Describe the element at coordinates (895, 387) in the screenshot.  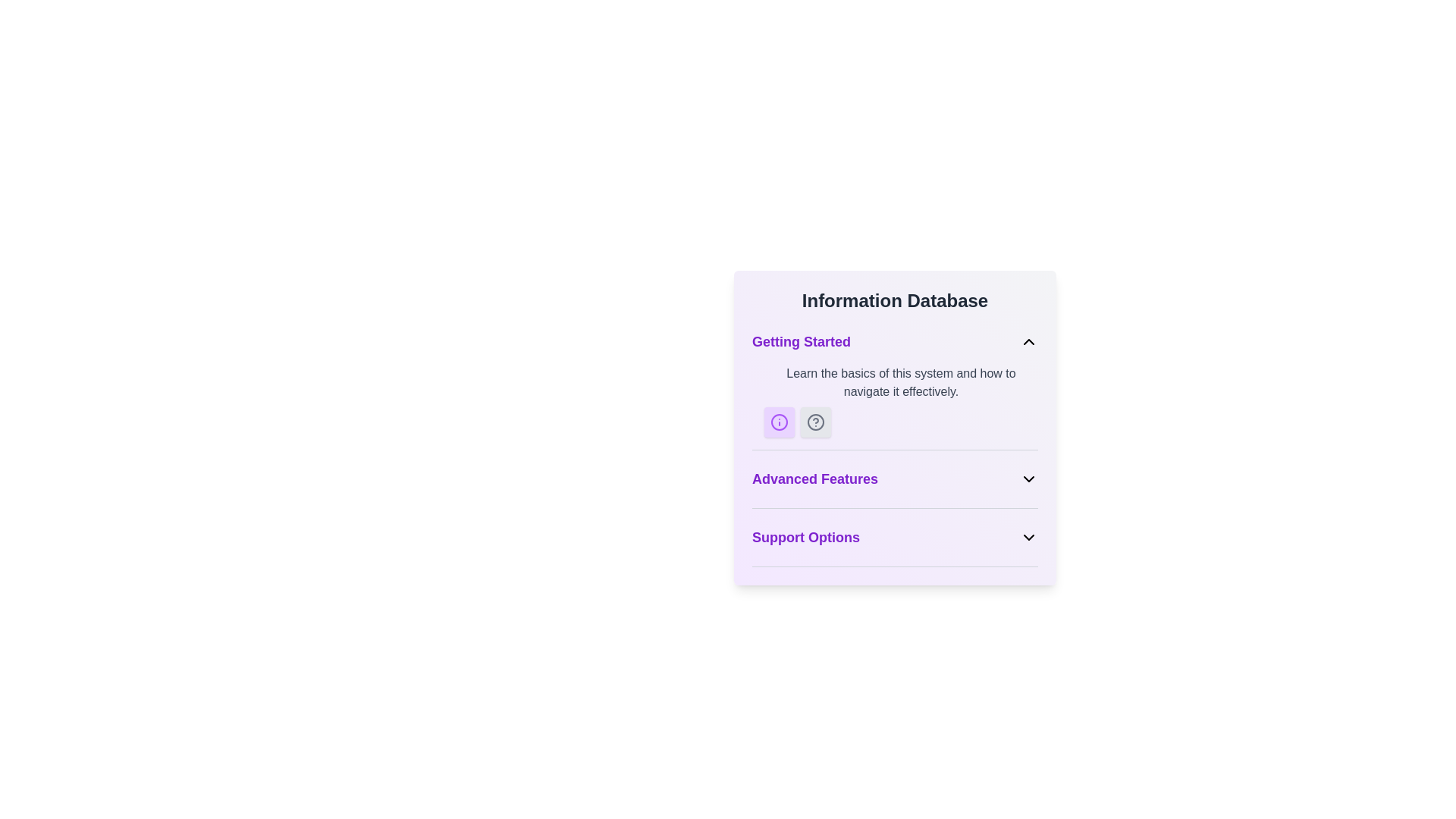
I see `the '?' icon located in the Informational Section directly below the 'Information Database' header for help` at that location.